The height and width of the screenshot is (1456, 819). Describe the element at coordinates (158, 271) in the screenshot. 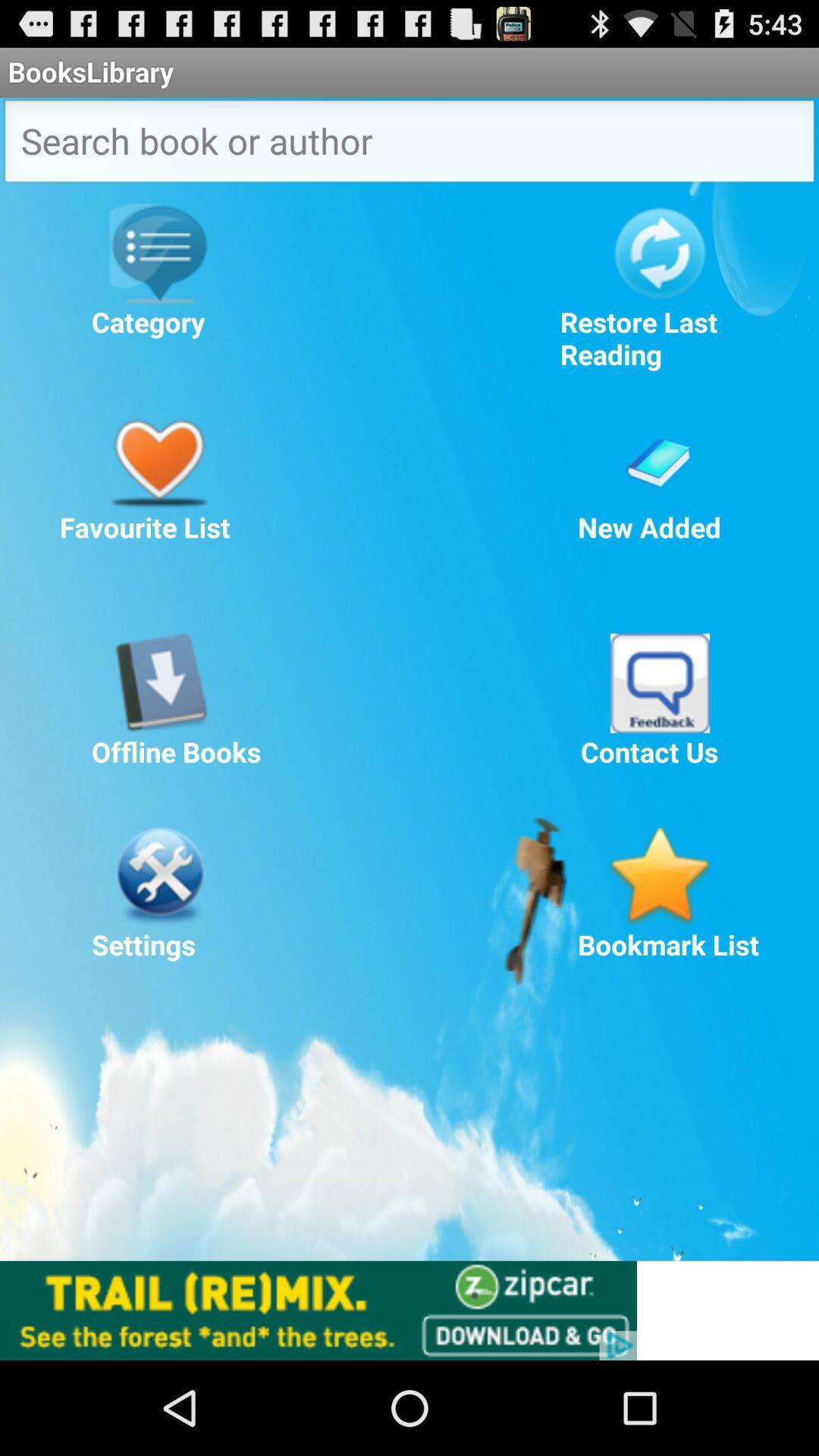

I see `the list icon` at that location.